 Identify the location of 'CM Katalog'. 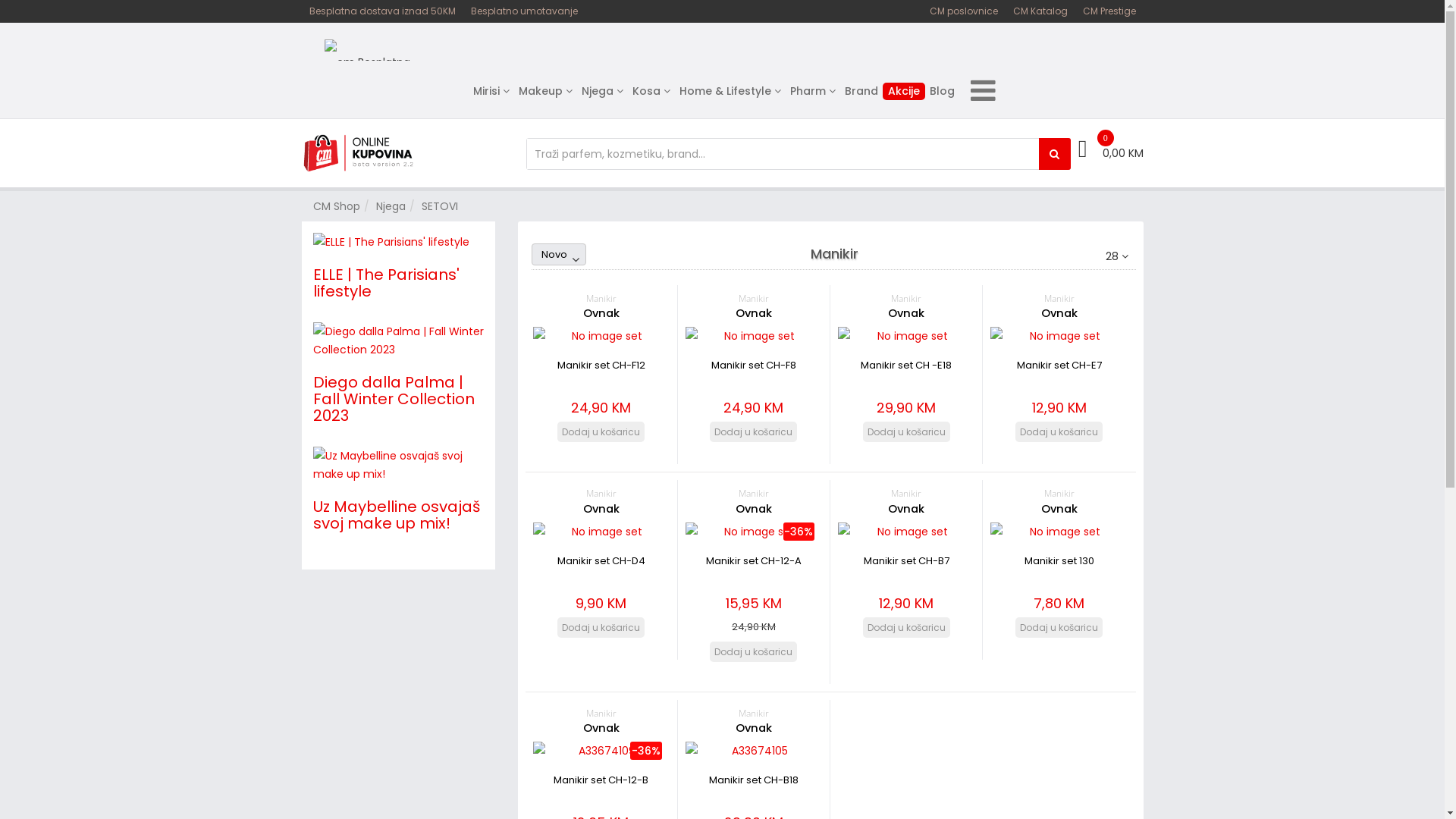
(1005, 11).